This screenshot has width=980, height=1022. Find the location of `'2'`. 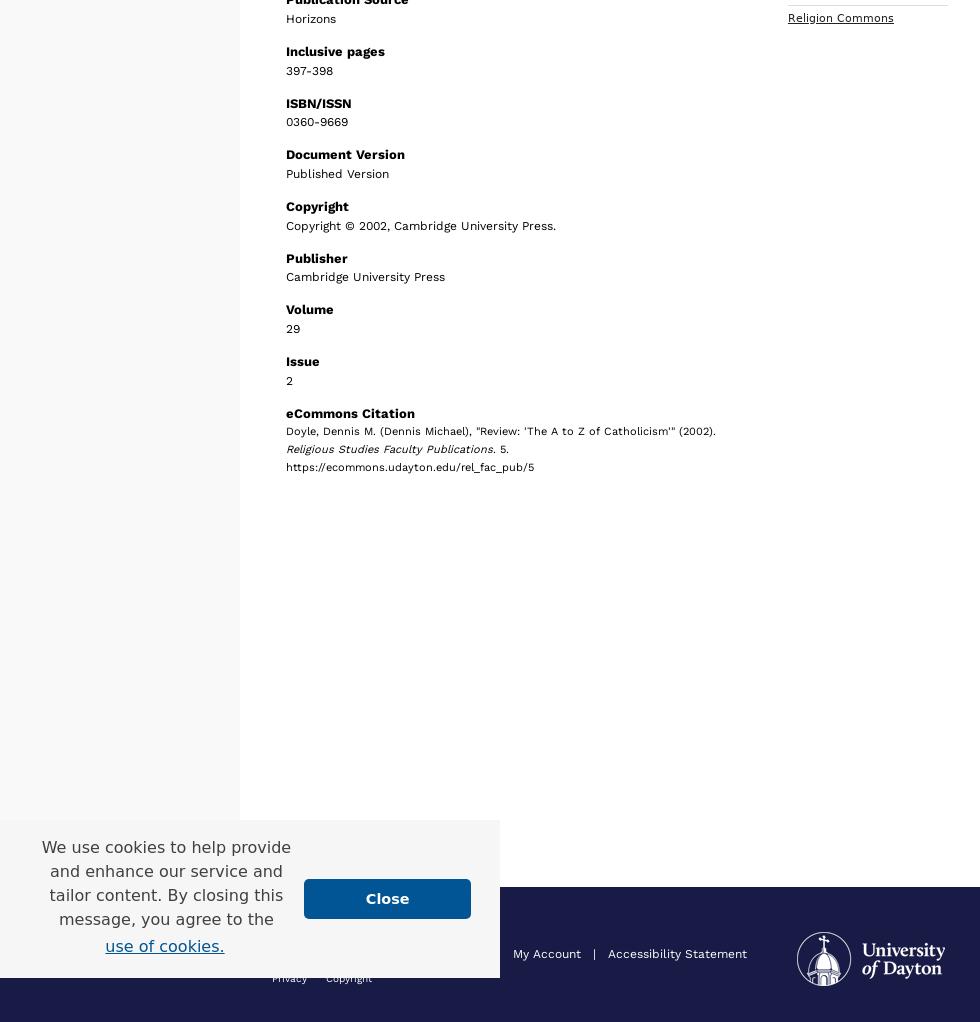

'2' is located at coordinates (289, 378).